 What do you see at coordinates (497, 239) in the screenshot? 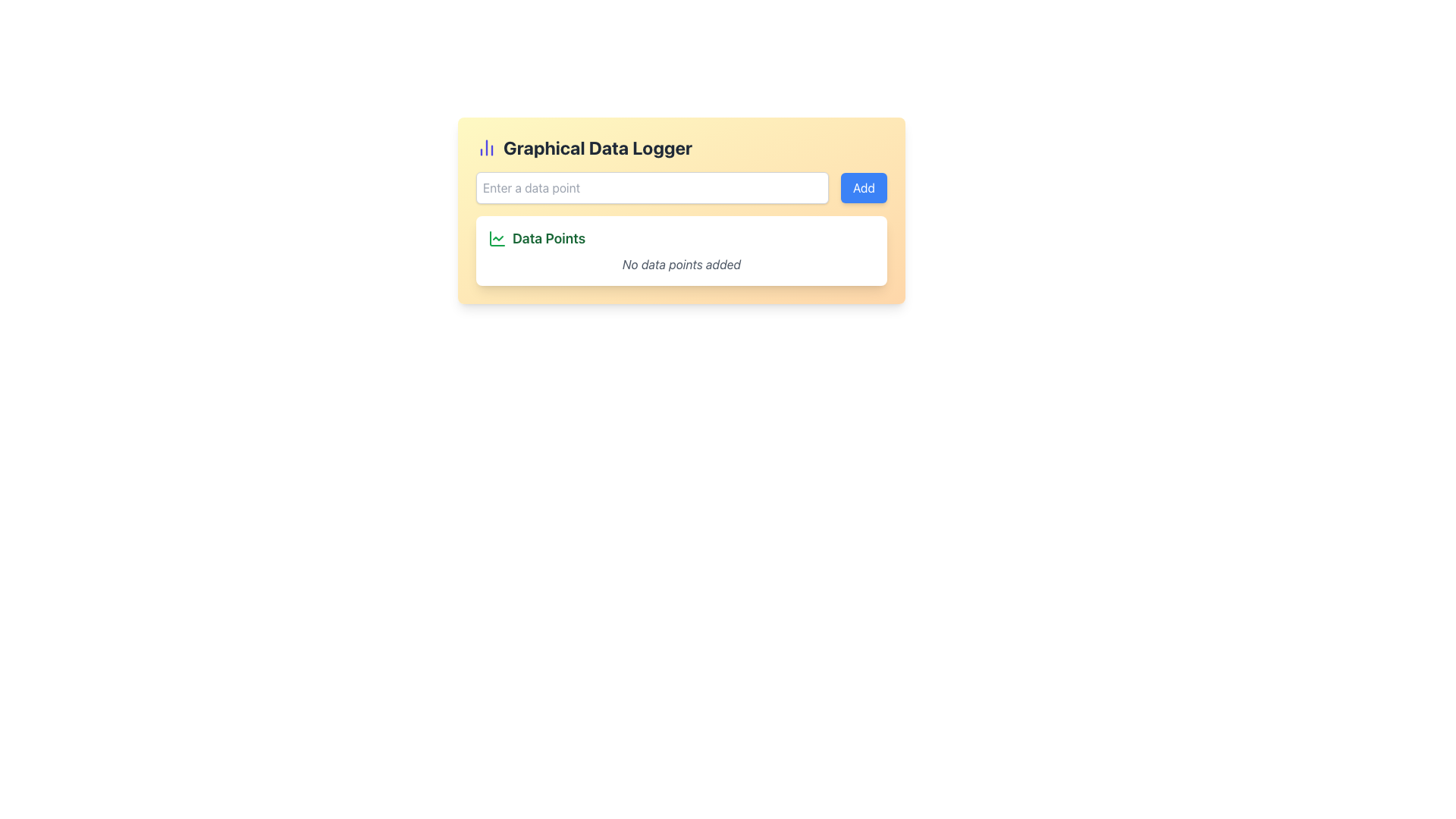
I see `the Graphic Icon located in the 'Data Points' section, positioned to the left of the text 'Data Points'` at bounding box center [497, 239].